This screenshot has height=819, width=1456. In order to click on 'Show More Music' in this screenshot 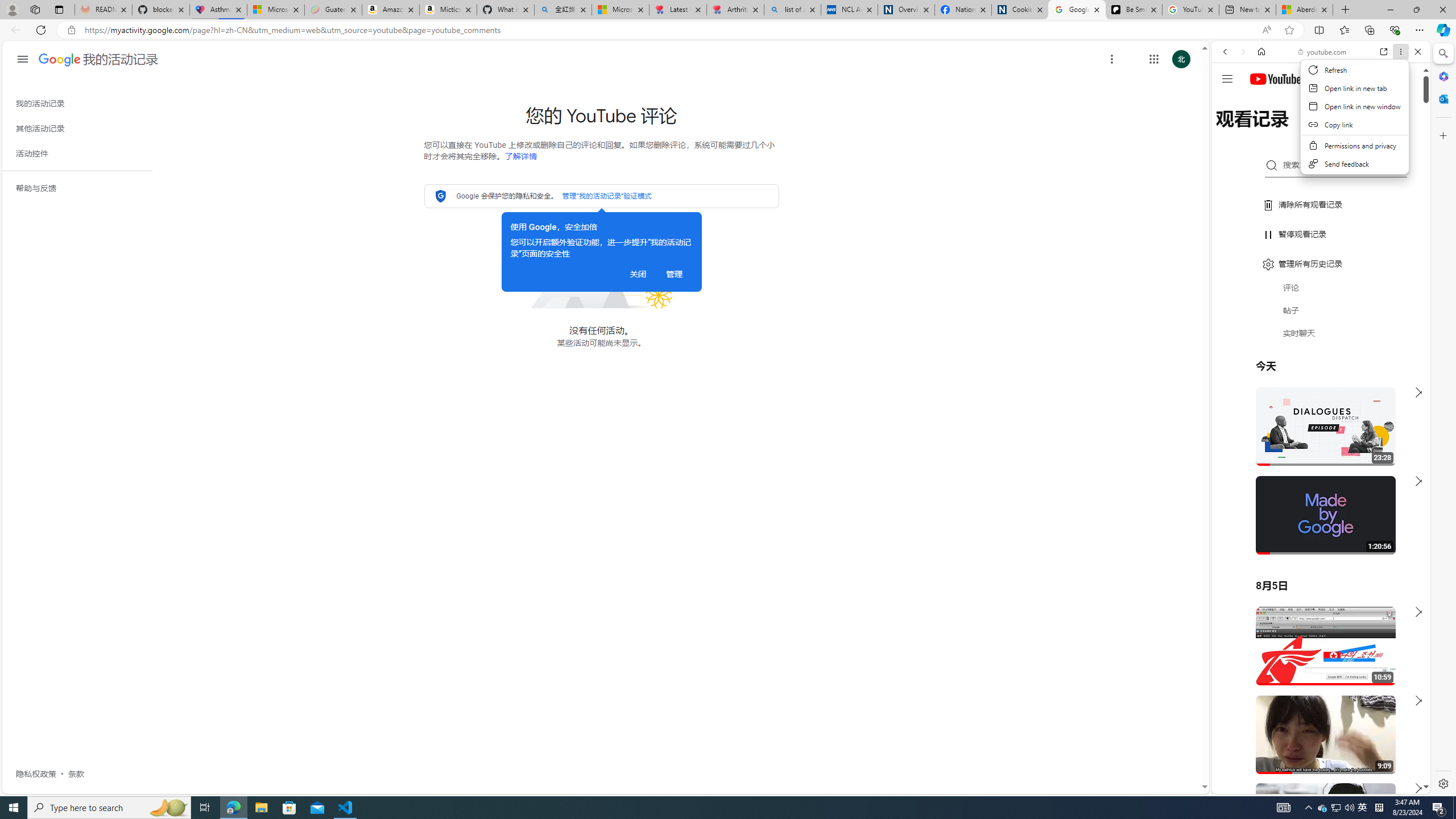, I will do `click(1389, 310)`.